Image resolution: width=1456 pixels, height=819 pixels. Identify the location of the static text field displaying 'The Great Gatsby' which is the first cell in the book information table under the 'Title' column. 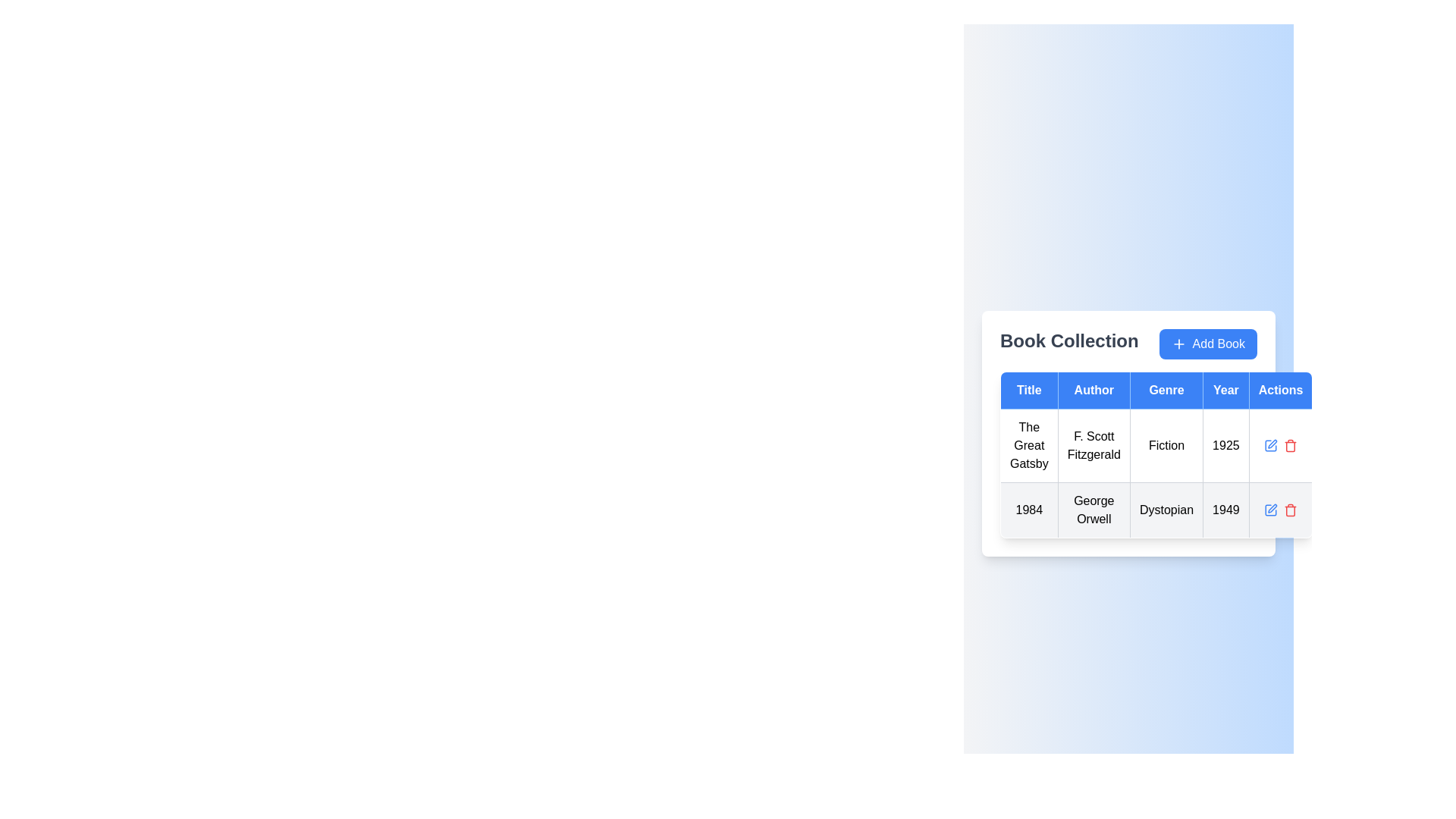
(1029, 444).